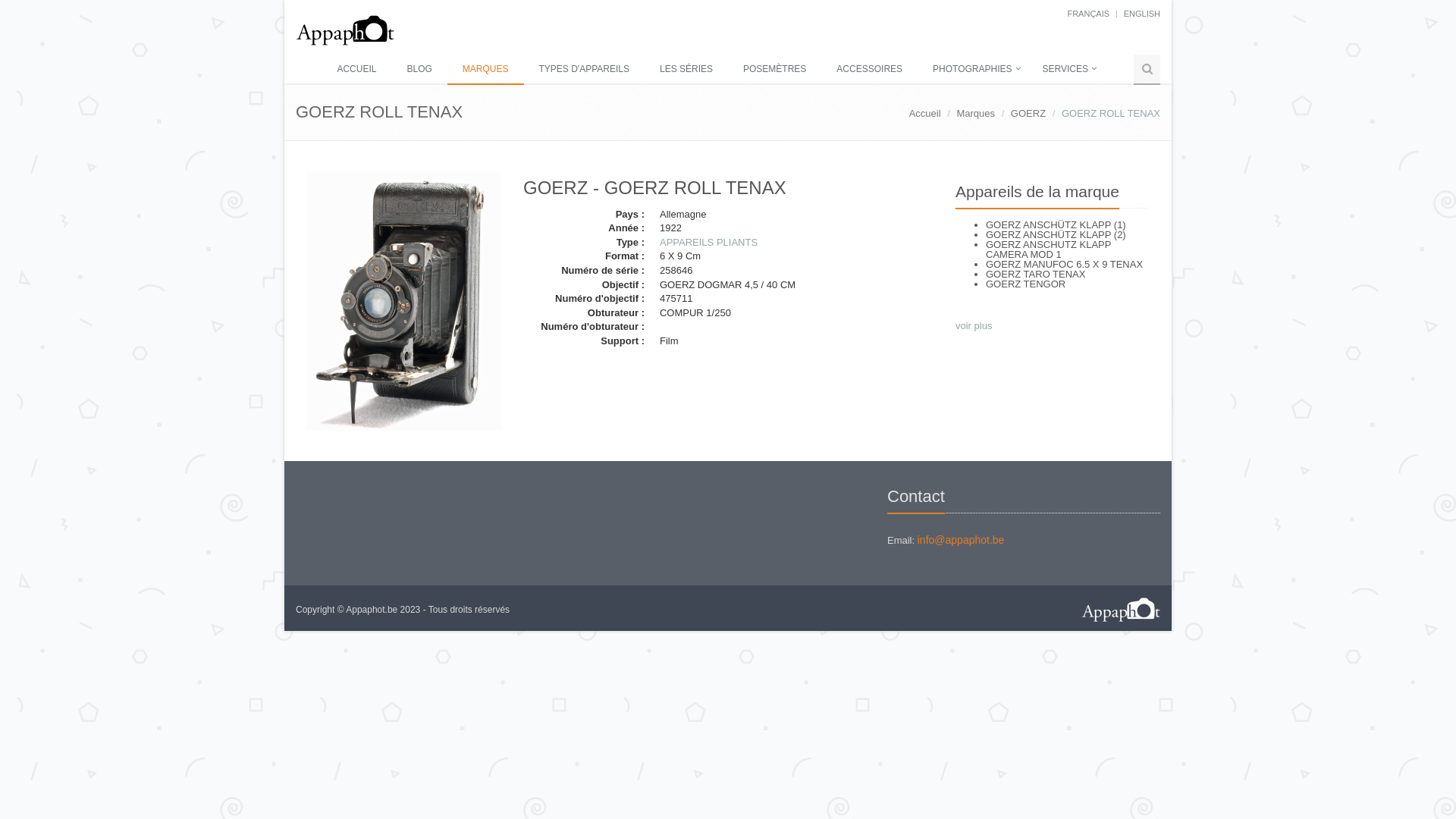 The height and width of the screenshot is (819, 1456). I want to click on 'GOERZ', so click(1011, 112).